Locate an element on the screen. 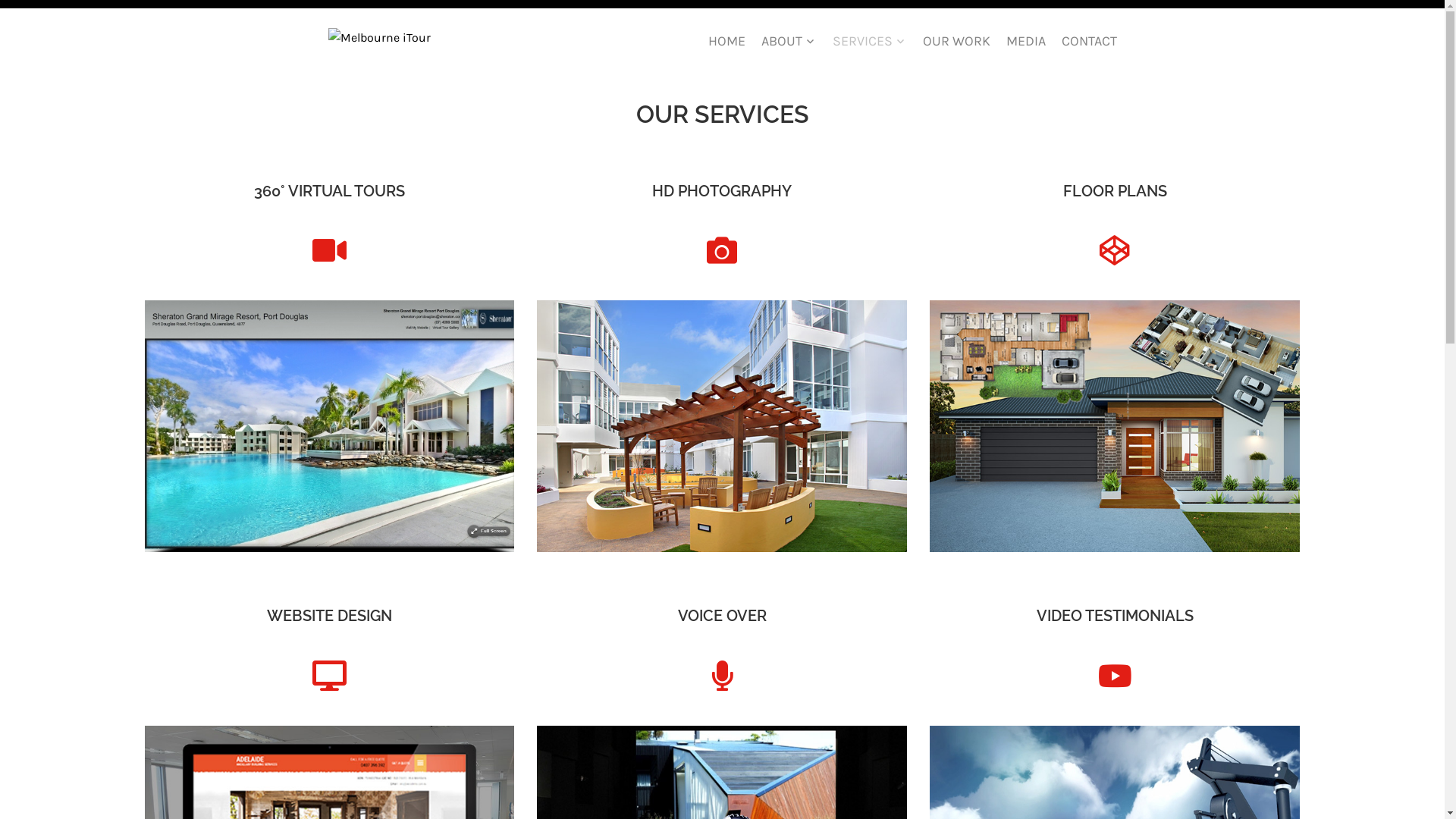 Image resolution: width=1456 pixels, height=819 pixels. 'OUR WORK' is located at coordinates (949, 40).